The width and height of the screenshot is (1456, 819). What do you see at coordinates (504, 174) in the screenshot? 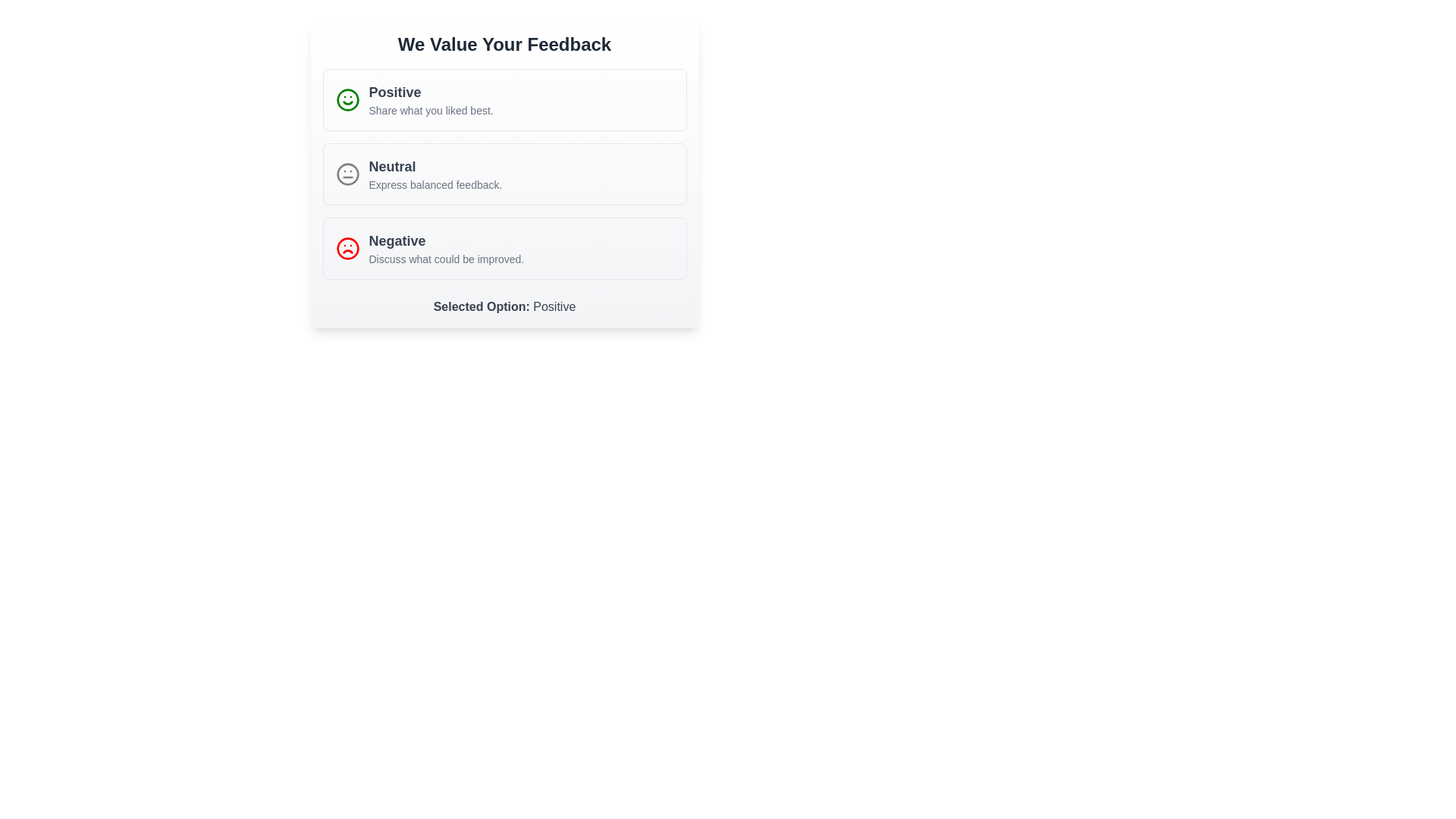
I see `to select the 'Neutral' feedback option in the second section of the feedback card titled 'We Value Your Feedback'` at bounding box center [504, 174].